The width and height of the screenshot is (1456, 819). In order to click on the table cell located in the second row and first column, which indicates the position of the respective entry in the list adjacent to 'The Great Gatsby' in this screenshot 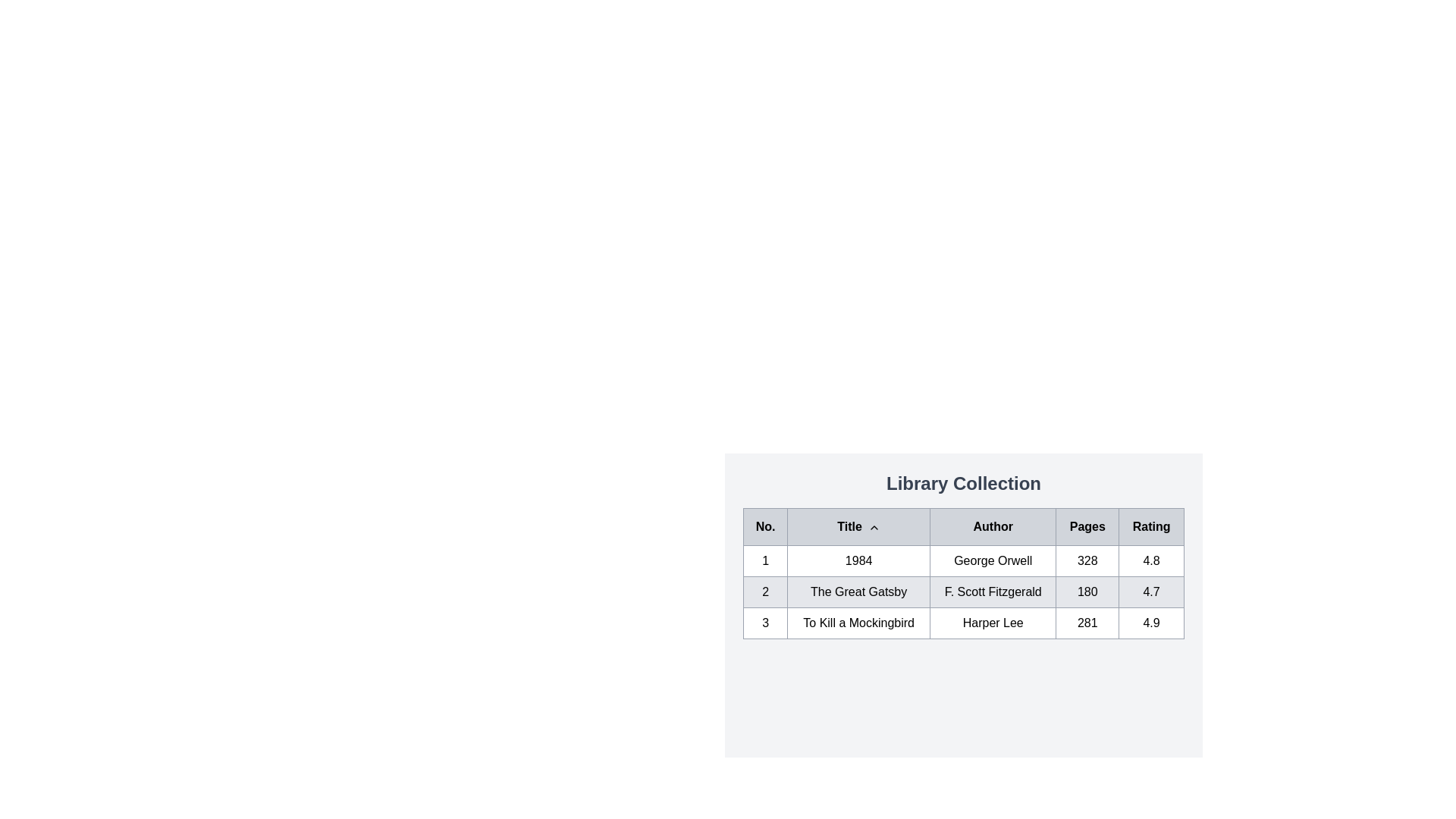, I will do `click(765, 591)`.